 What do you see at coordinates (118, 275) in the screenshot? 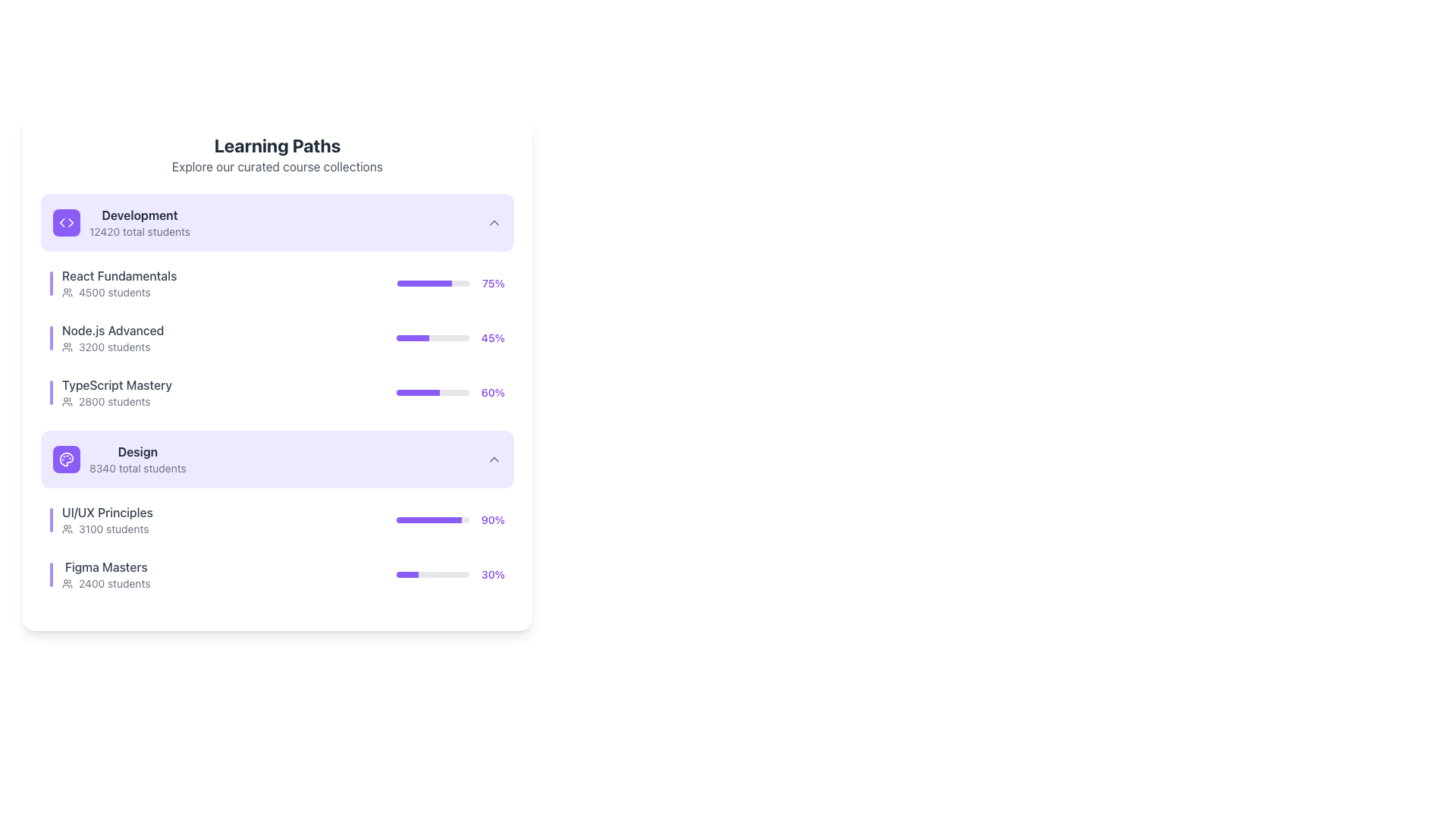
I see `the 'React Fundamentals' link located` at bounding box center [118, 275].